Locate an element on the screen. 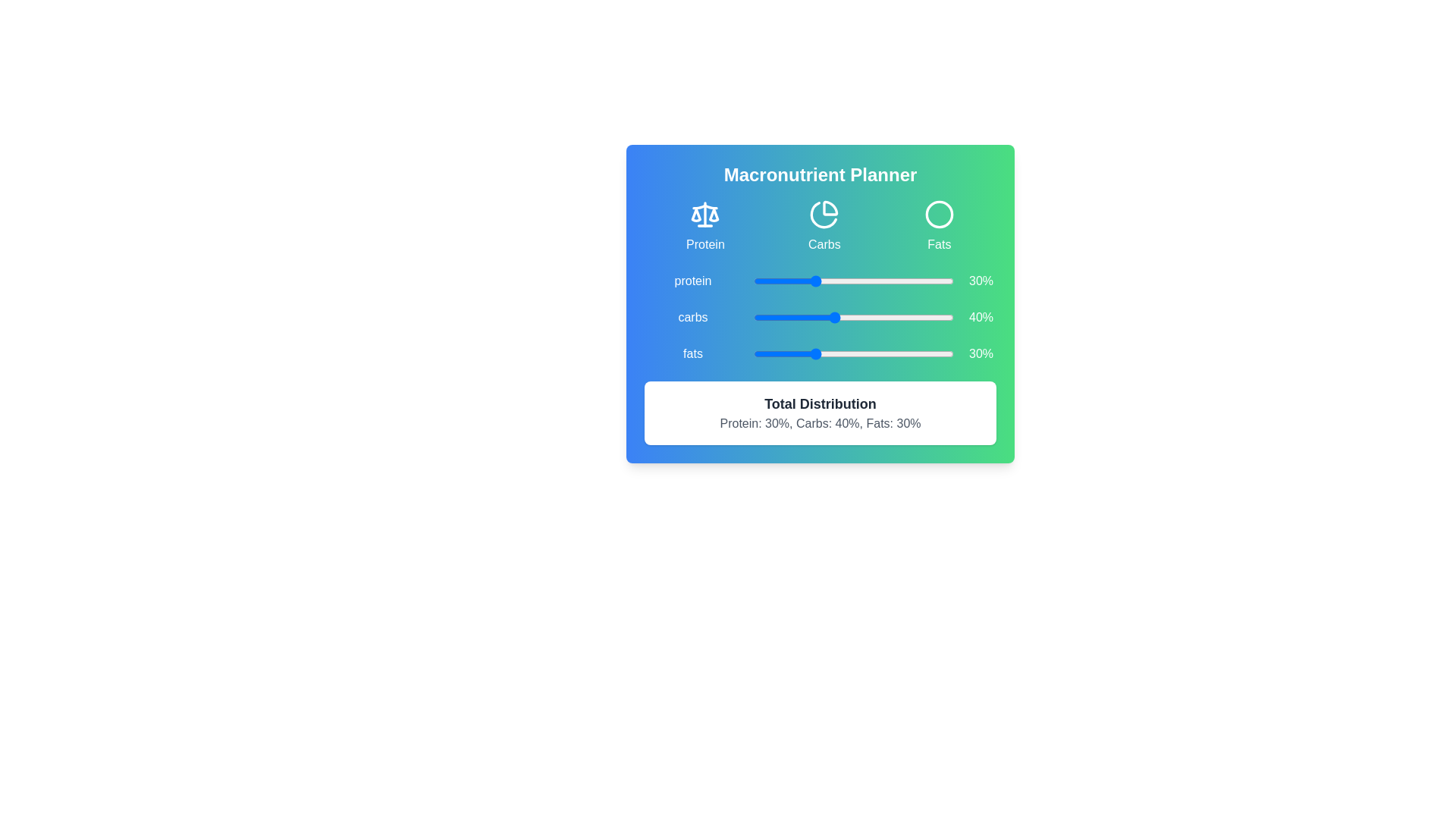 The image size is (1456, 819). the fats slider is located at coordinates (830, 353).